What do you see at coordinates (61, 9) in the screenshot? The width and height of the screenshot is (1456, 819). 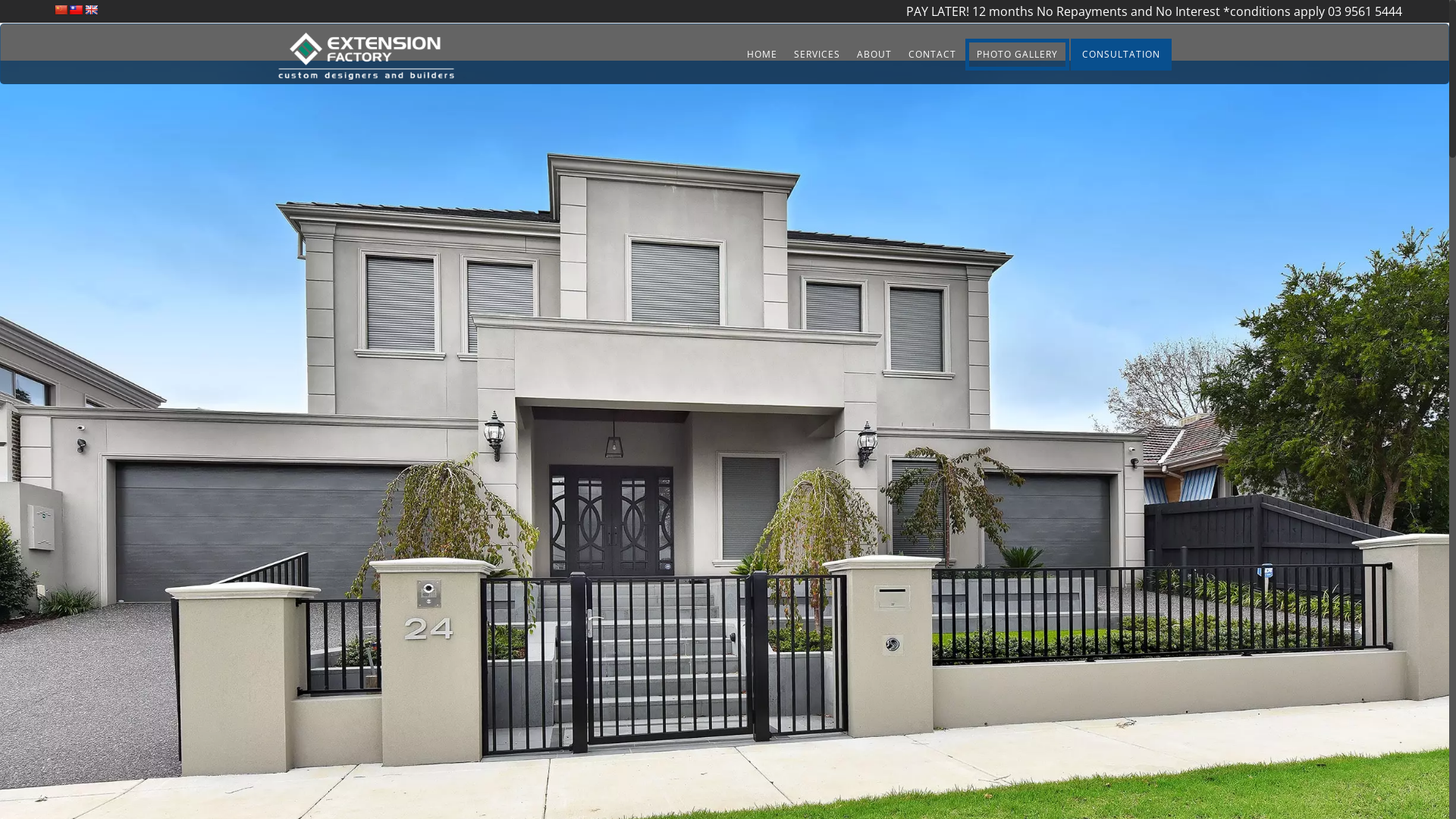 I see `'Chinese (Simplified)'` at bounding box center [61, 9].